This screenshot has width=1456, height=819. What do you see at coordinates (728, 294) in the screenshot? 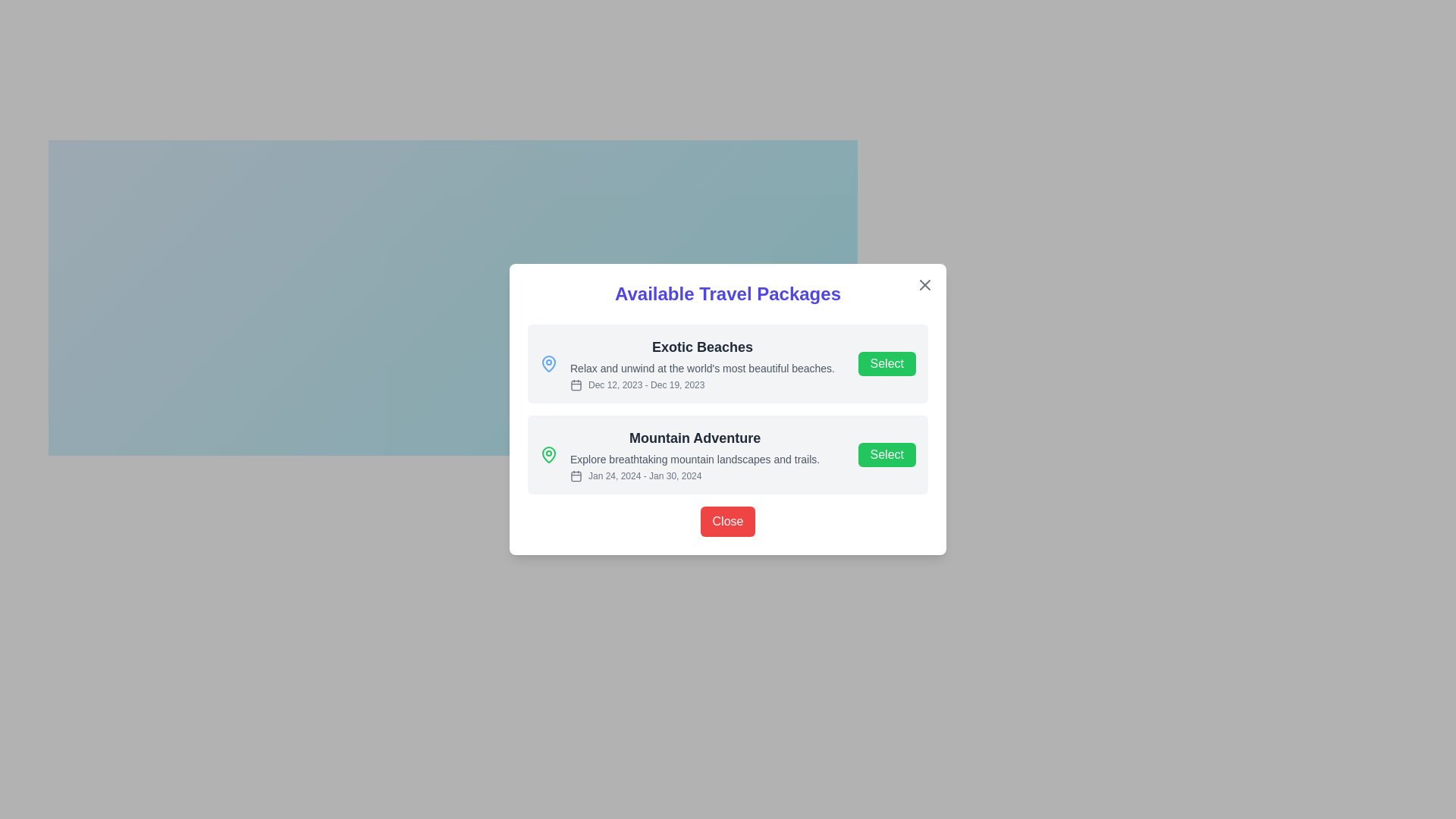
I see `the text label displaying 'Available Travel Packages', which is styled in bold indigo font and positioned prominently at the top center of a white rounded card` at bounding box center [728, 294].